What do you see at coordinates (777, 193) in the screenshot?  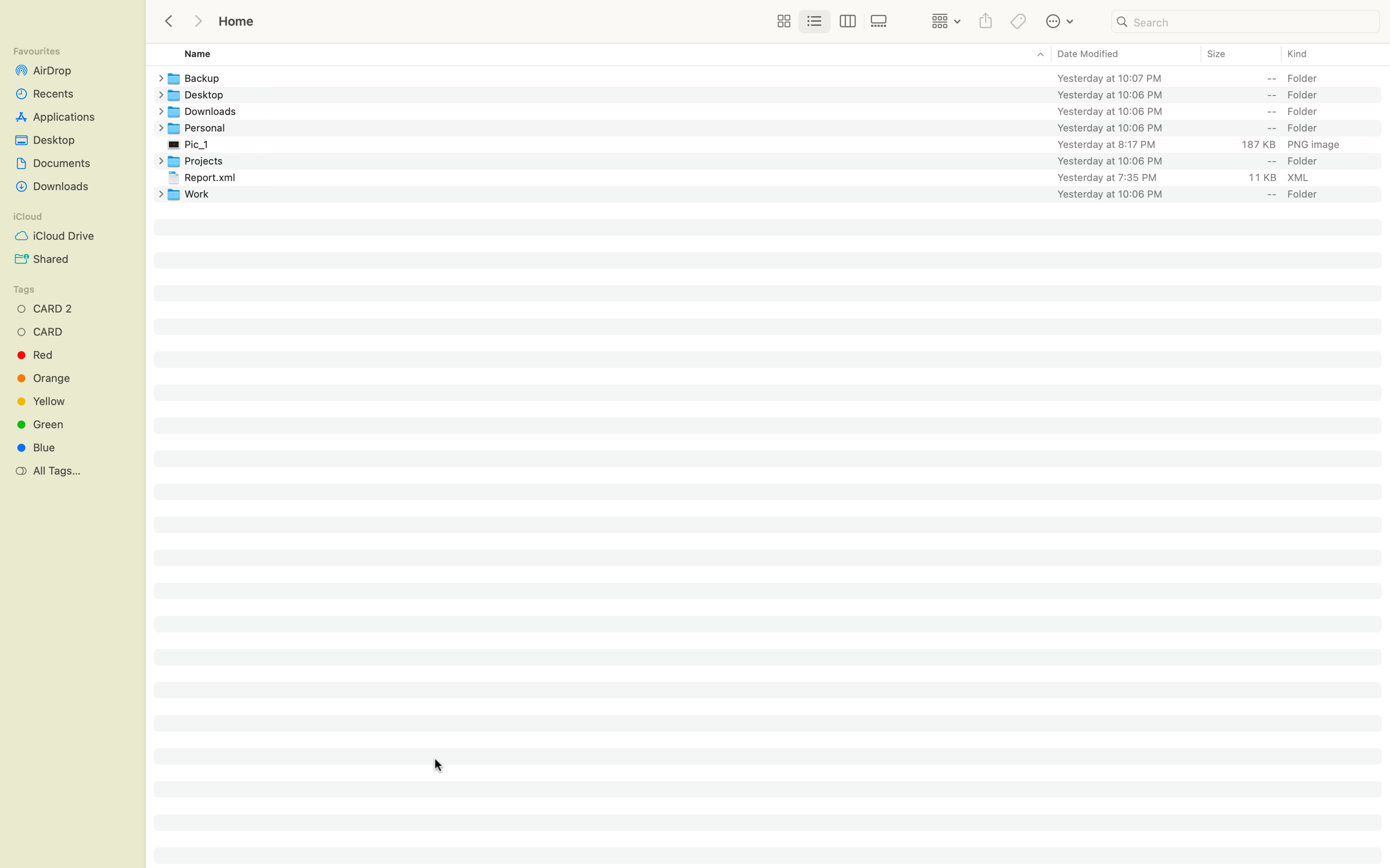 I see `Erase the final folder from the list utilizing keyboard keys` at bounding box center [777, 193].